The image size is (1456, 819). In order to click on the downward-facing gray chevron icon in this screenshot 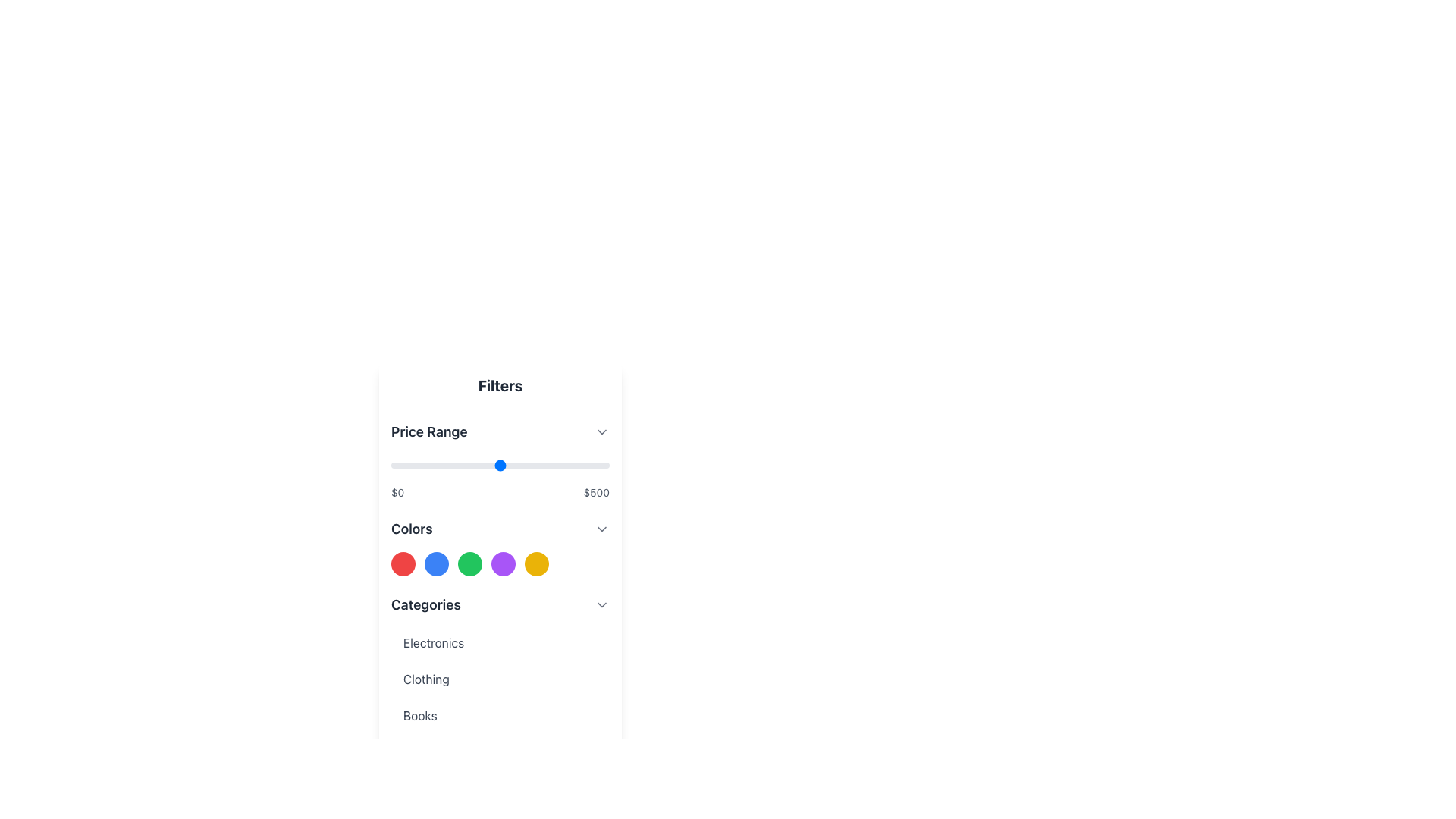, I will do `click(601, 604)`.